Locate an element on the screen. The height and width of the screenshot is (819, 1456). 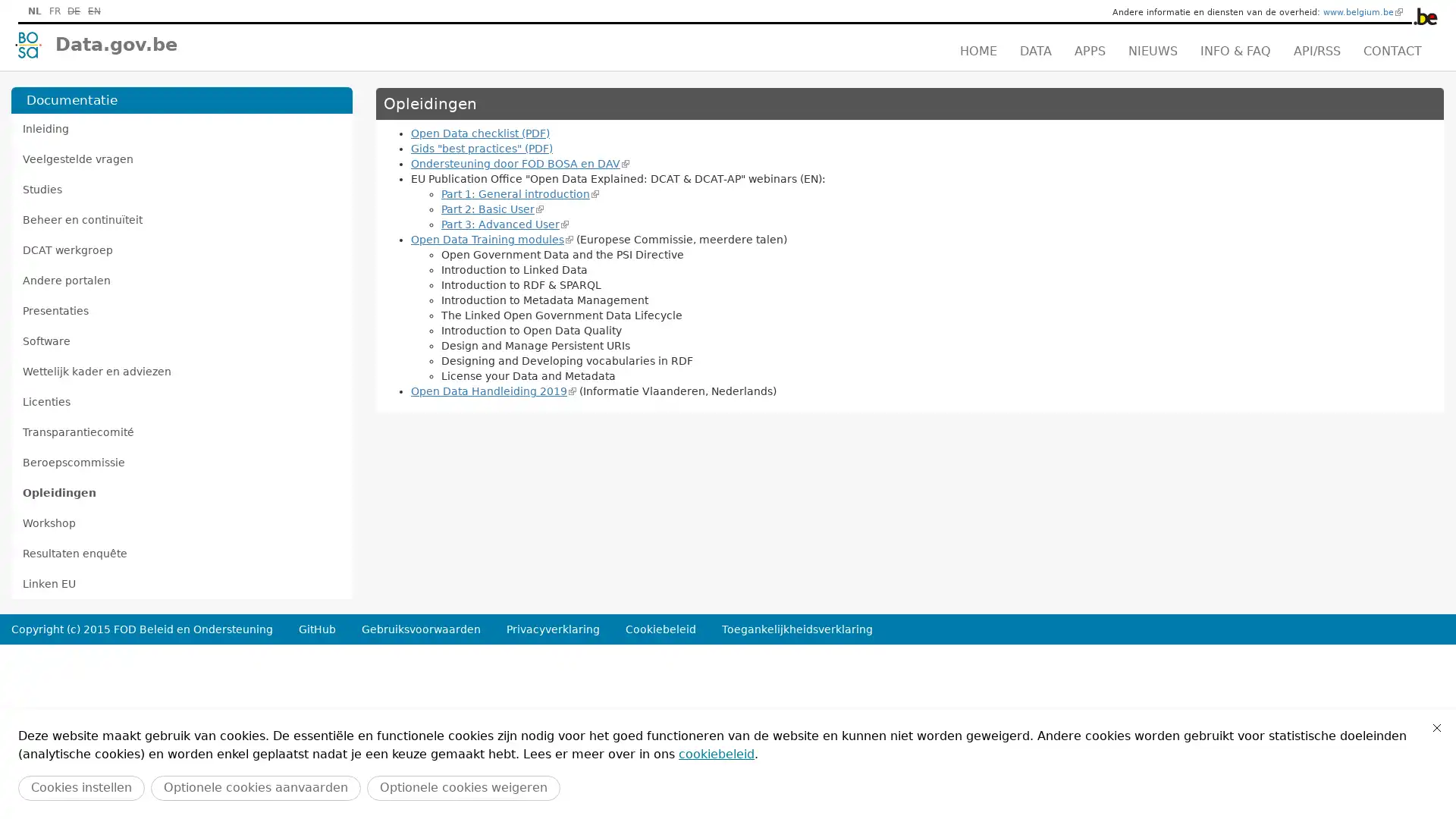
Optionele cookies weigeren is located at coordinates (463, 787).